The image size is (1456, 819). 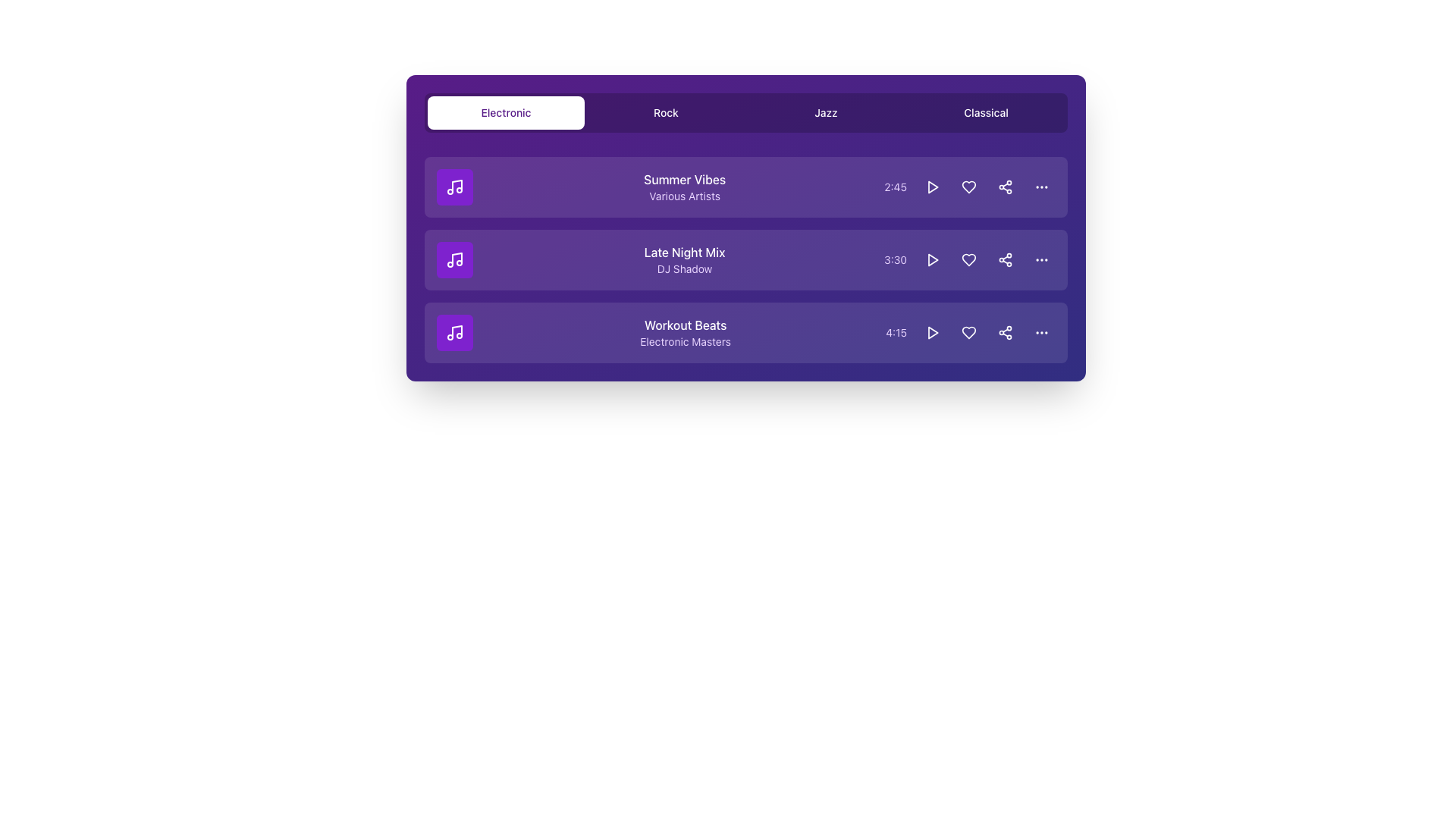 I want to click on the play button on the second song card in the playlist to play the song, so click(x=745, y=259).